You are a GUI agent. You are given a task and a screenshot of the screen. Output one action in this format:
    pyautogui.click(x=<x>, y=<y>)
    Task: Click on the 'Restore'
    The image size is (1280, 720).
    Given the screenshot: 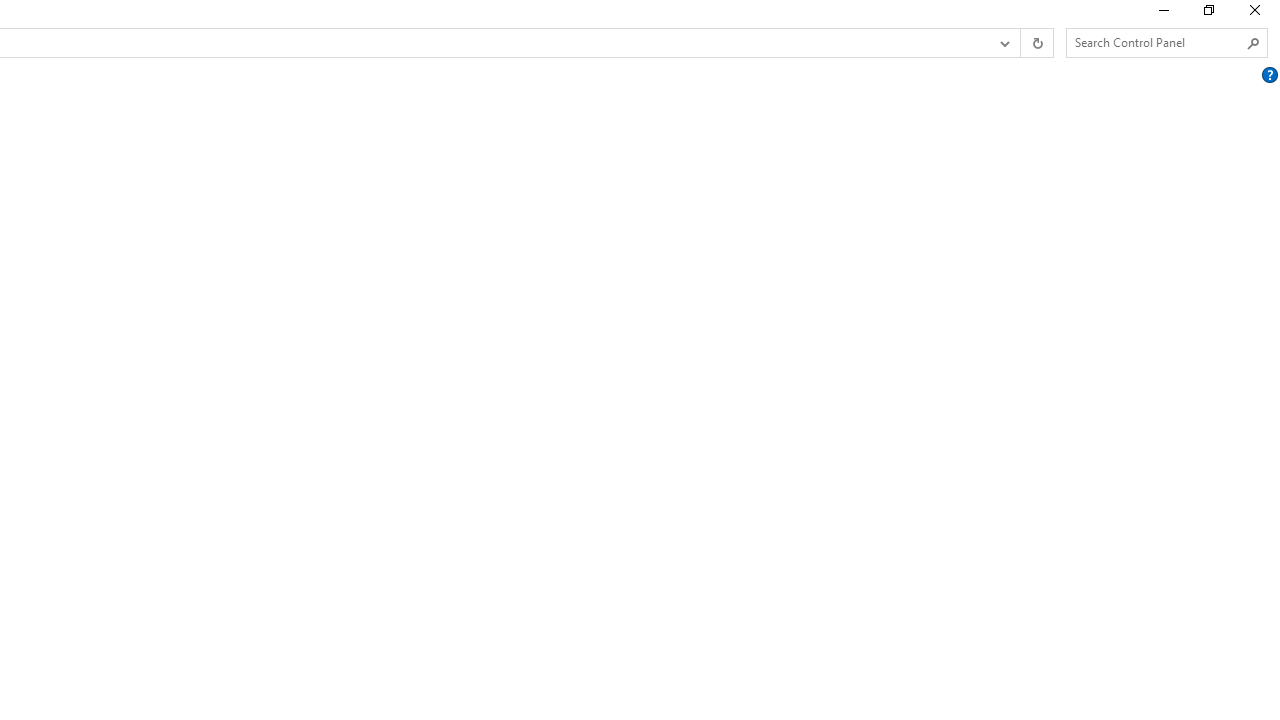 What is the action you would take?
    pyautogui.click(x=1207, y=15)
    